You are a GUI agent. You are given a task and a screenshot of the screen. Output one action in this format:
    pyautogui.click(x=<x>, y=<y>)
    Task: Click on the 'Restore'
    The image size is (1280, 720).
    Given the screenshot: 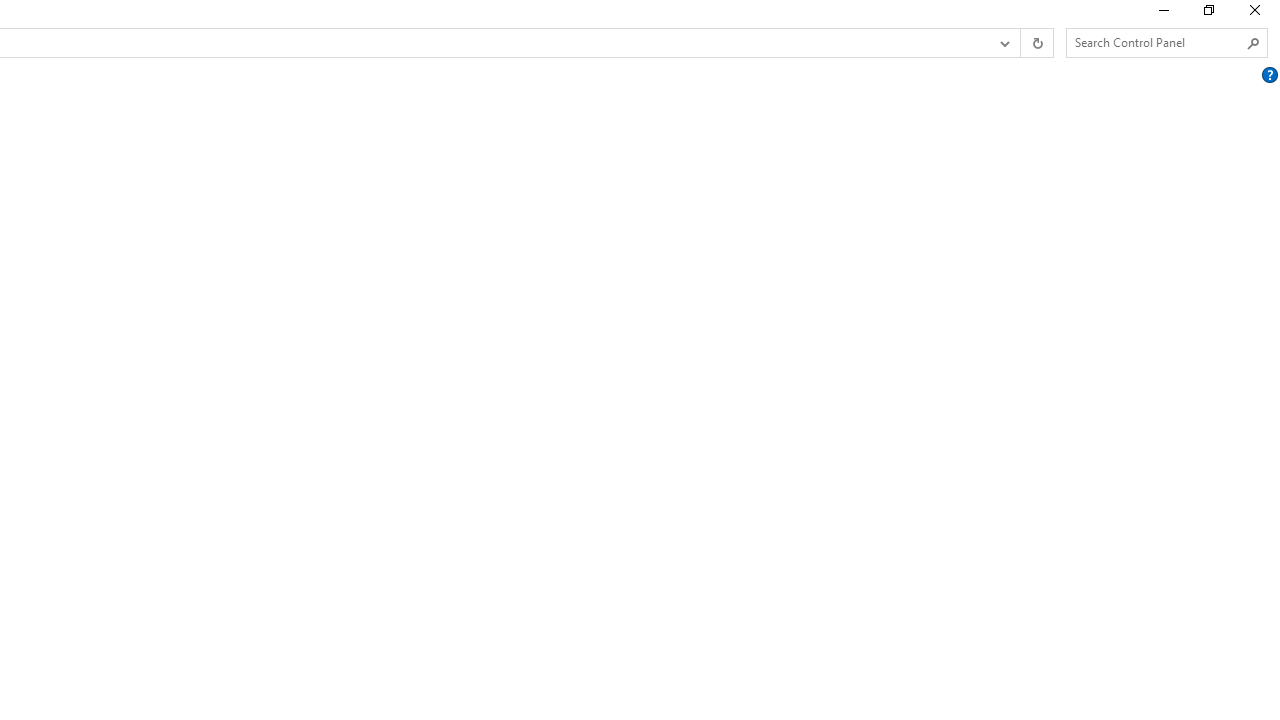 What is the action you would take?
    pyautogui.click(x=1207, y=15)
    